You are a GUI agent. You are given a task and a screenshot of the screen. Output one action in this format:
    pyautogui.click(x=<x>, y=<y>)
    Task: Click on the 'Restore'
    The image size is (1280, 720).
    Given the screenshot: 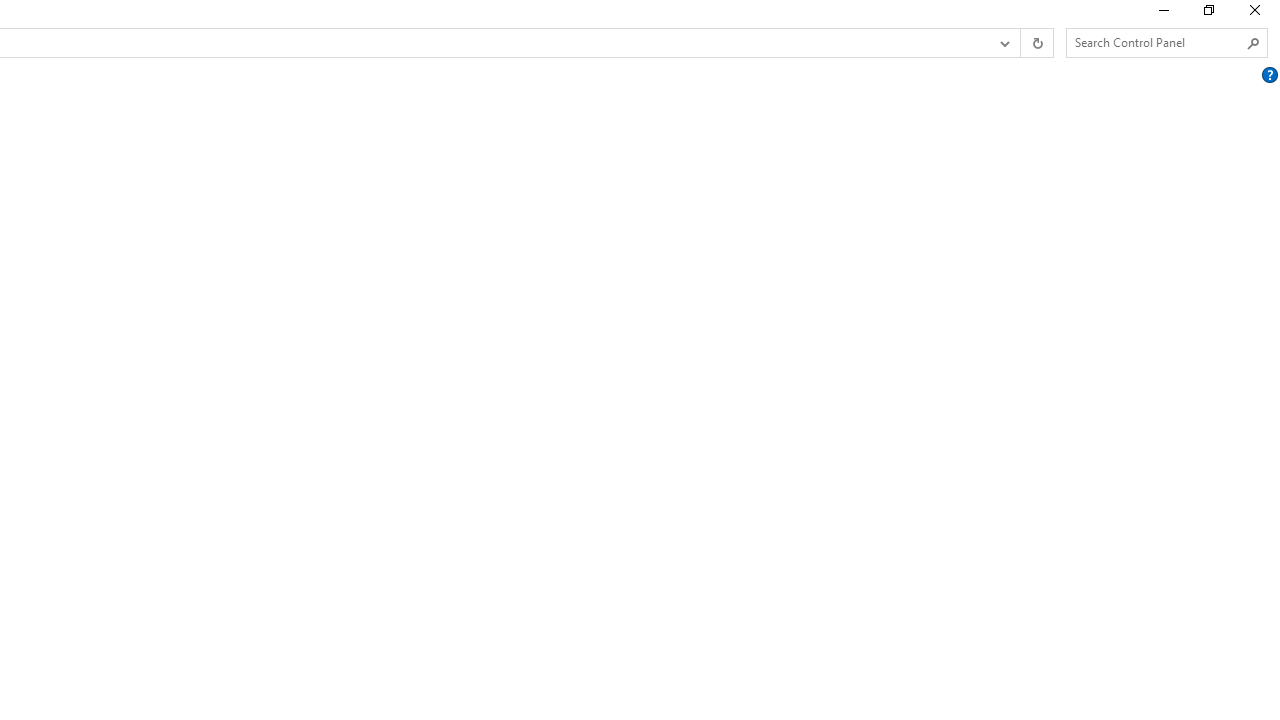 What is the action you would take?
    pyautogui.click(x=1207, y=15)
    